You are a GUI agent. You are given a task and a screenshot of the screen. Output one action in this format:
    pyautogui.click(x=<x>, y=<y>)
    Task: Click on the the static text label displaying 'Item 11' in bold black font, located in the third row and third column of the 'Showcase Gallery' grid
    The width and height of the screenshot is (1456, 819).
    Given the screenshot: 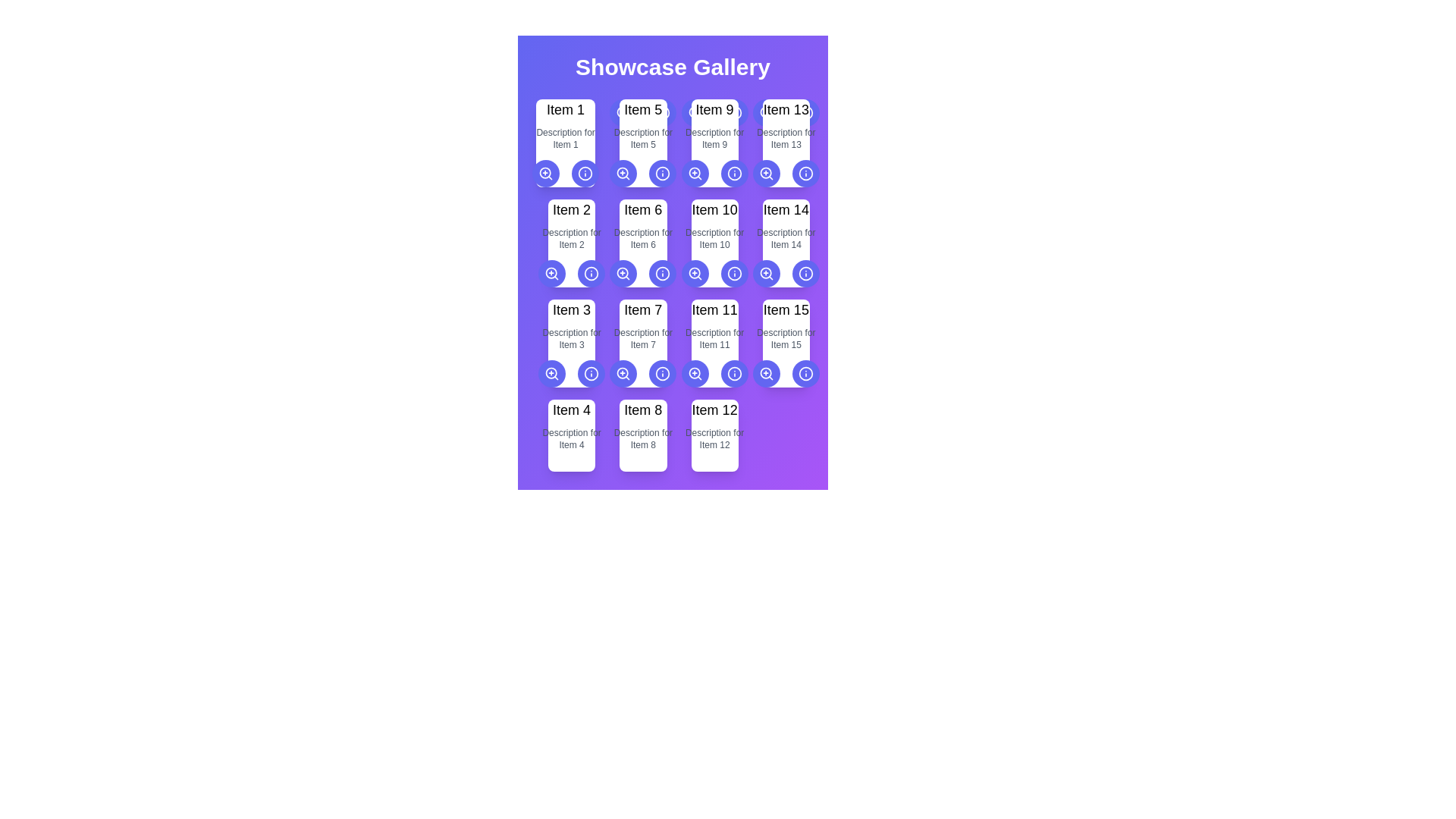 What is the action you would take?
    pyautogui.click(x=714, y=309)
    